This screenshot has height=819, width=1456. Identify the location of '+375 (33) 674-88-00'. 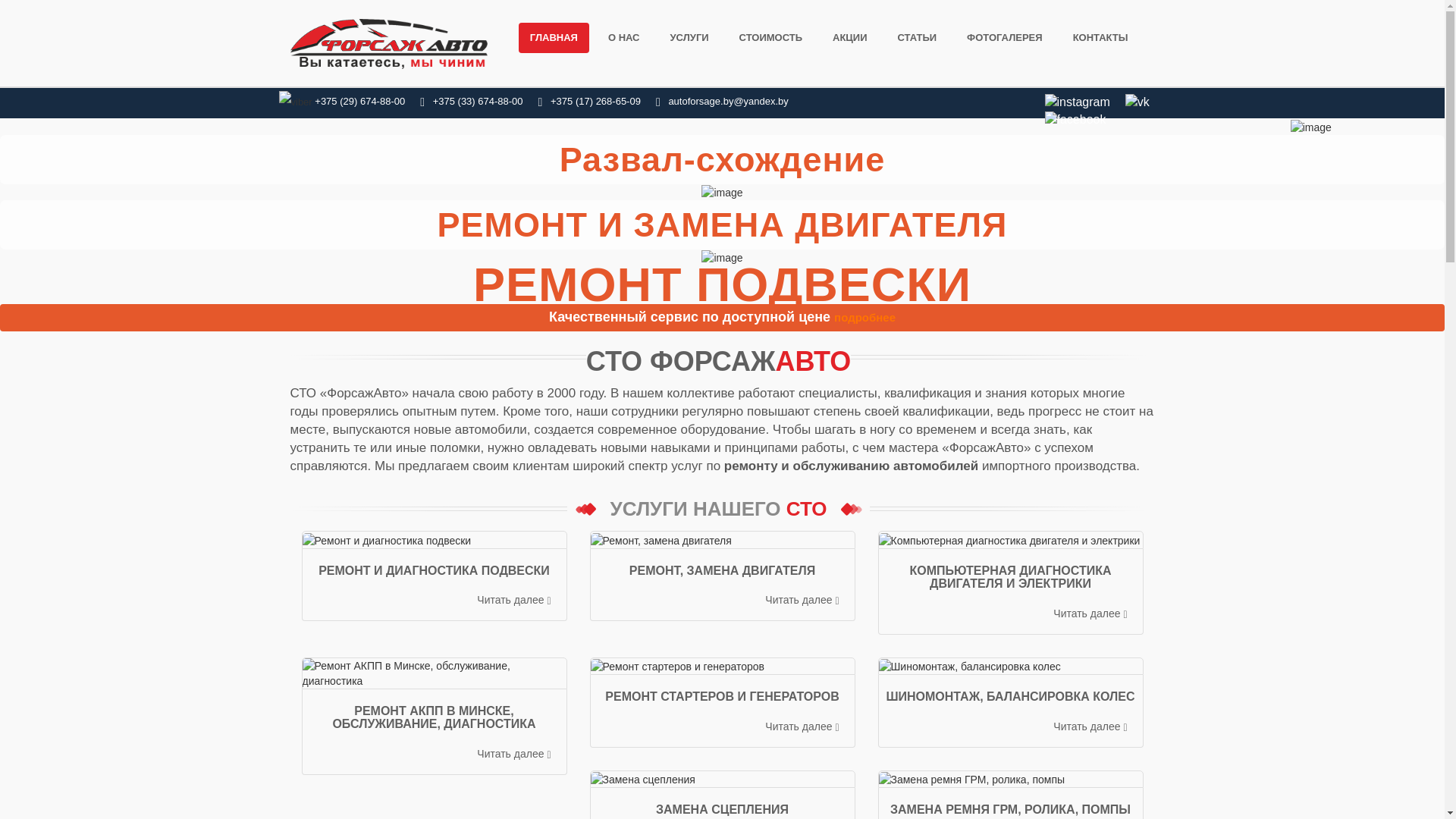
(419, 101).